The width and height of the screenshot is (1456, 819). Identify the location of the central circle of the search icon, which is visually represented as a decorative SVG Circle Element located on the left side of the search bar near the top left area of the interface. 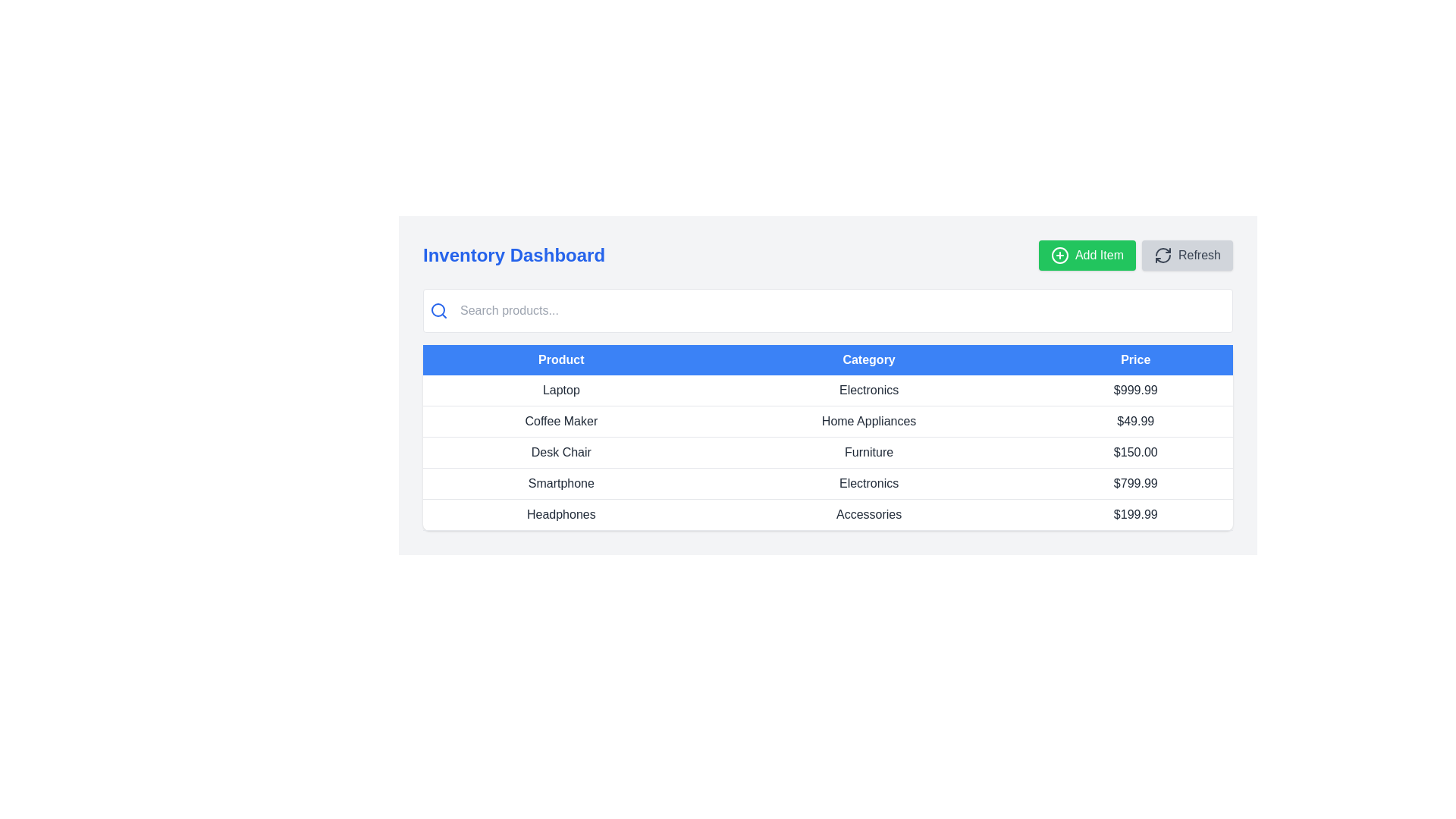
(437, 309).